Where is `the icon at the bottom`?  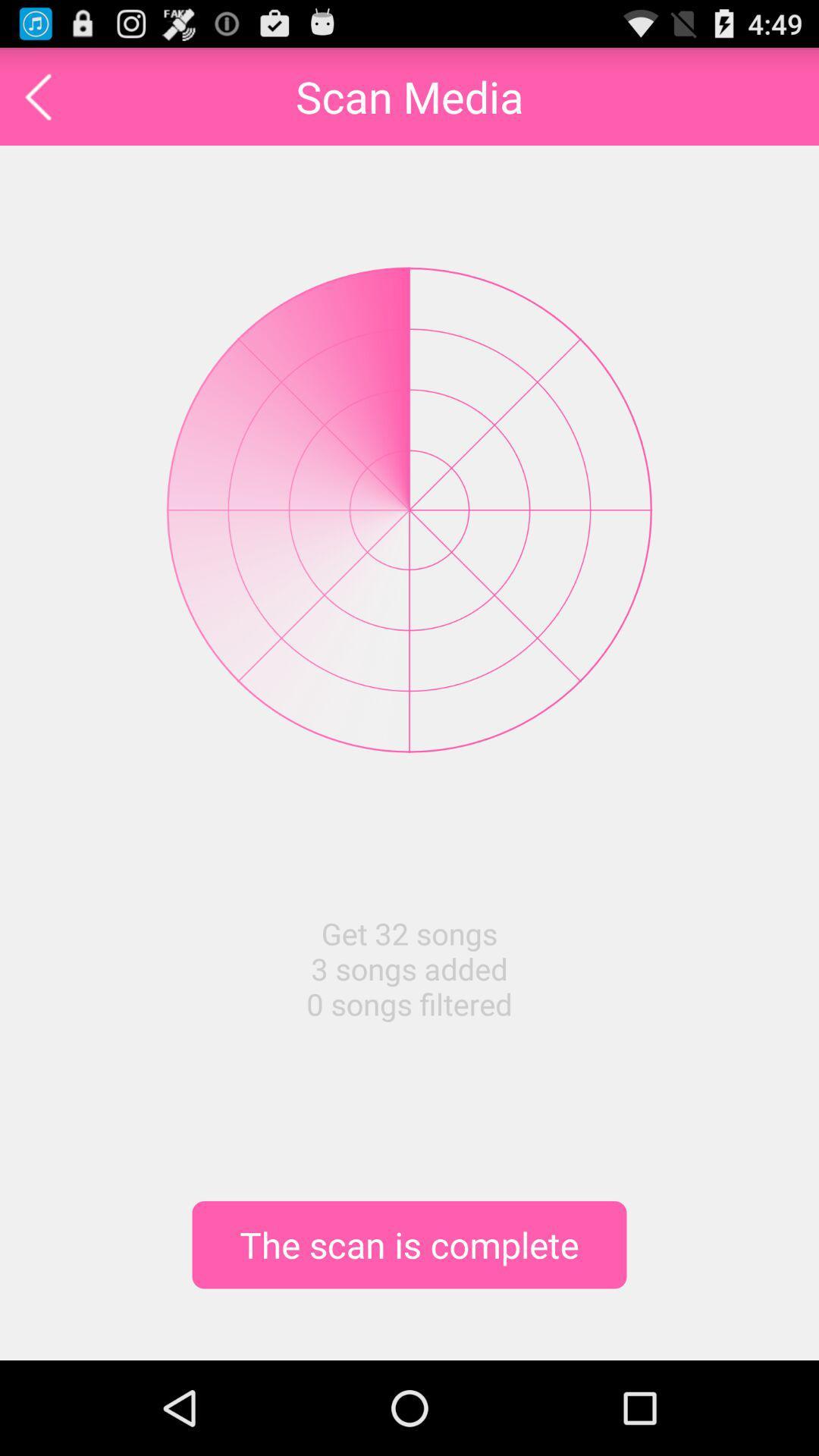 the icon at the bottom is located at coordinates (409, 1244).